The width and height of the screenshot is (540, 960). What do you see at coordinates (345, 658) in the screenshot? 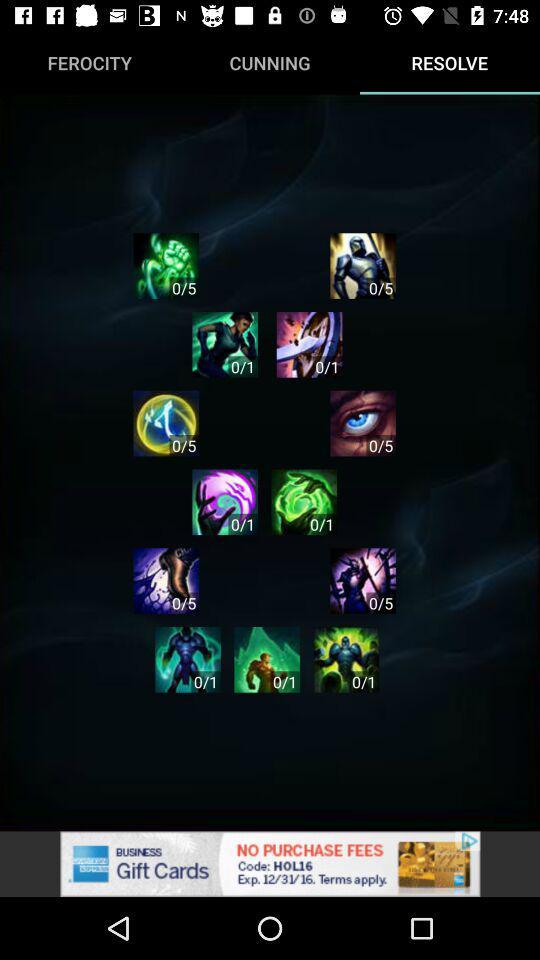
I see `the settings icon` at bounding box center [345, 658].